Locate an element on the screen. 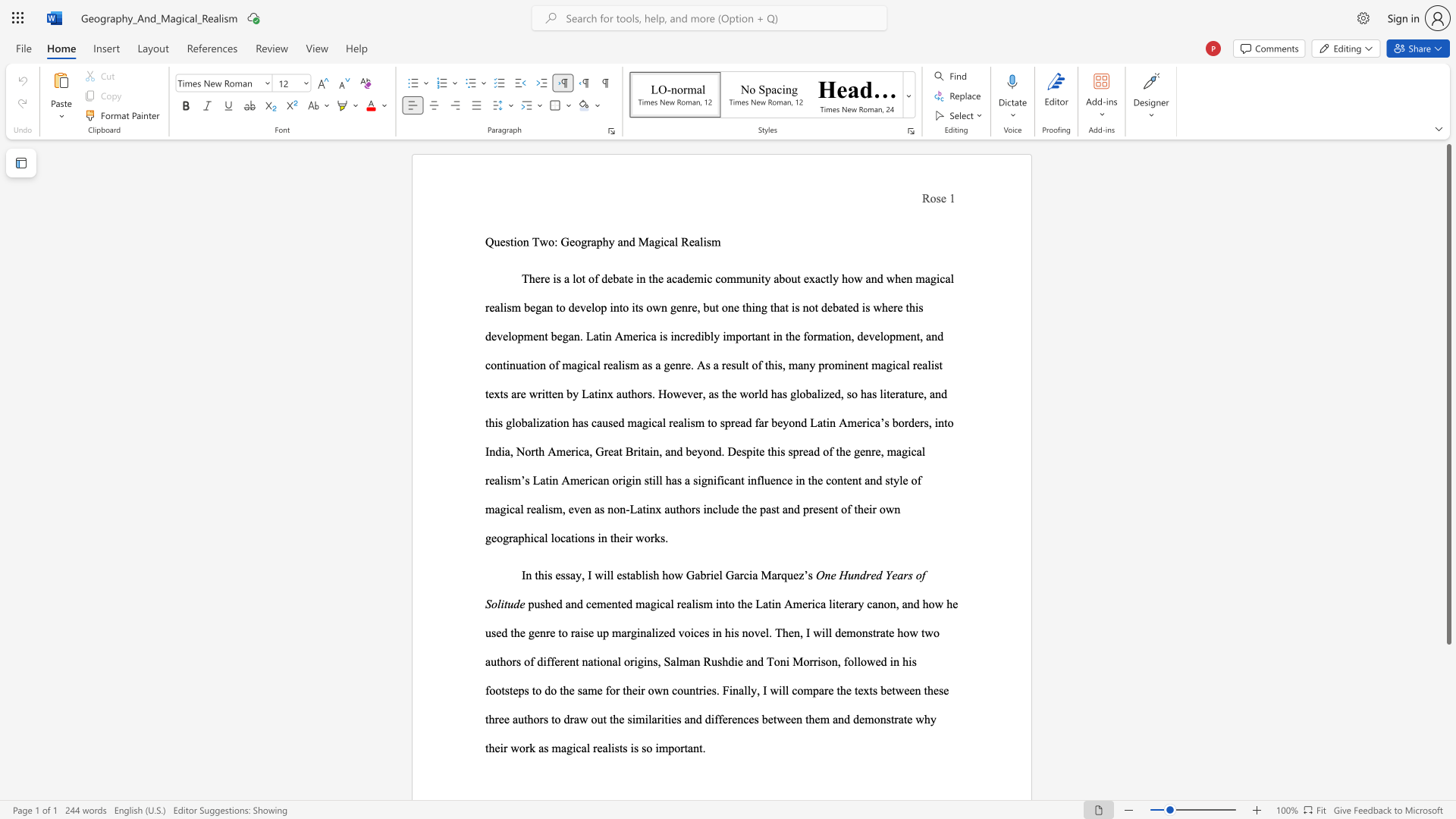 The image size is (1456, 819). the scrollbar to move the view down is located at coordinates (1448, 666).